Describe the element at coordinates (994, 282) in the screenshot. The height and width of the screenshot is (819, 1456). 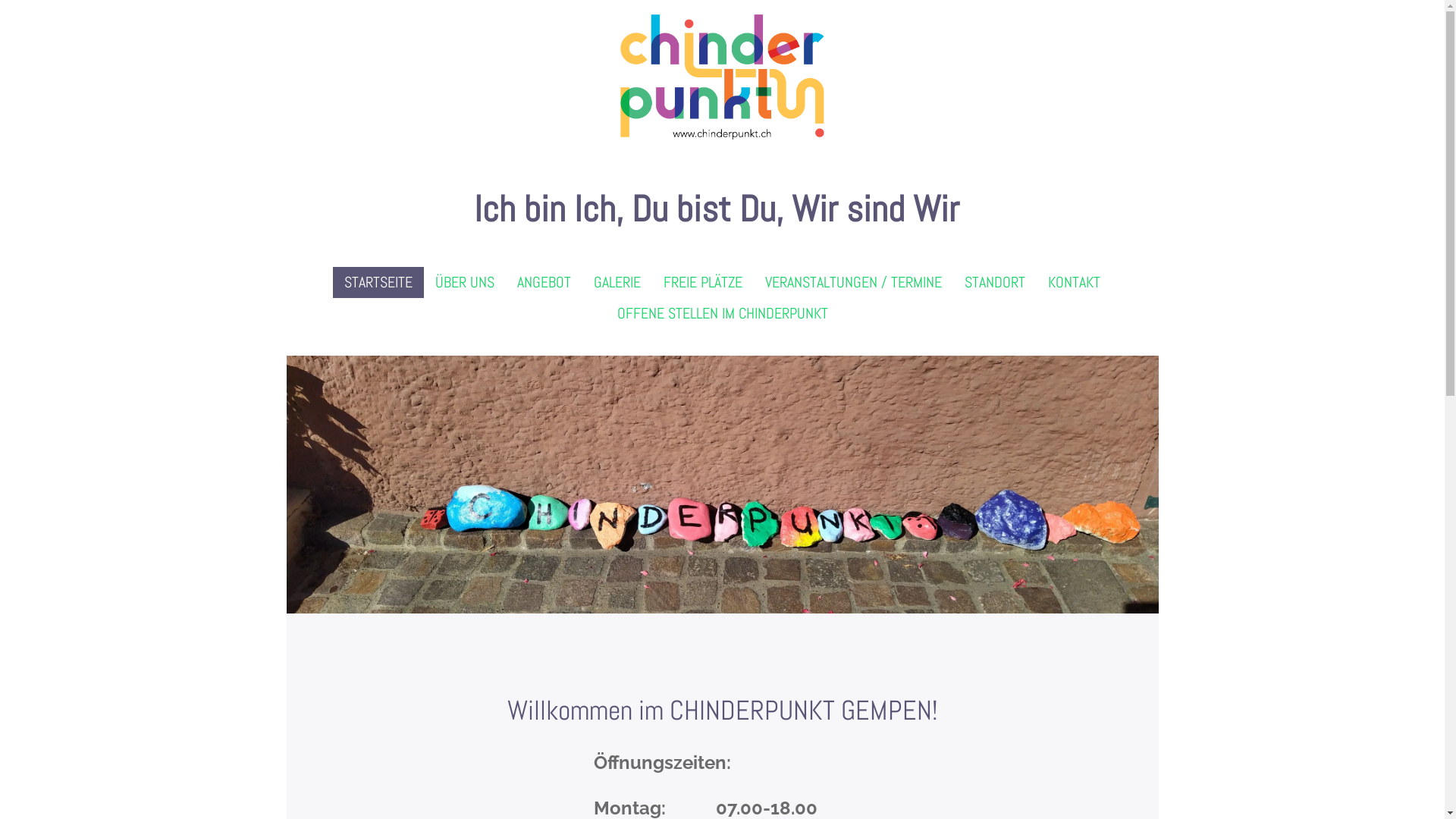
I see `'STANDORT'` at that location.